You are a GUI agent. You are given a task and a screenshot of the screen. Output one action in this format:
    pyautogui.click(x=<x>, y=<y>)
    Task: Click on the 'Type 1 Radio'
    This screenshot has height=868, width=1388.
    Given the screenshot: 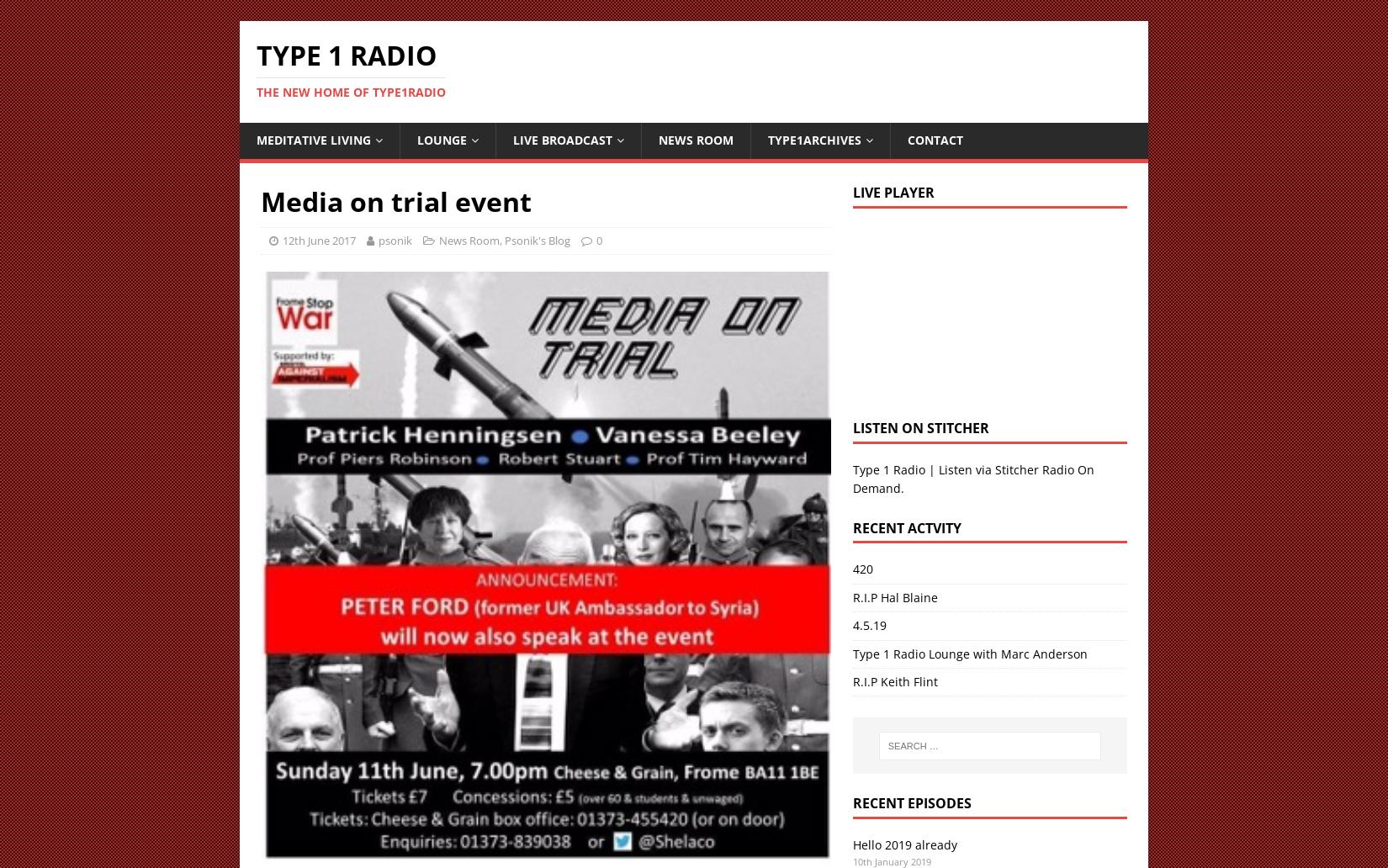 What is the action you would take?
    pyautogui.click(x=256, y=55)
    